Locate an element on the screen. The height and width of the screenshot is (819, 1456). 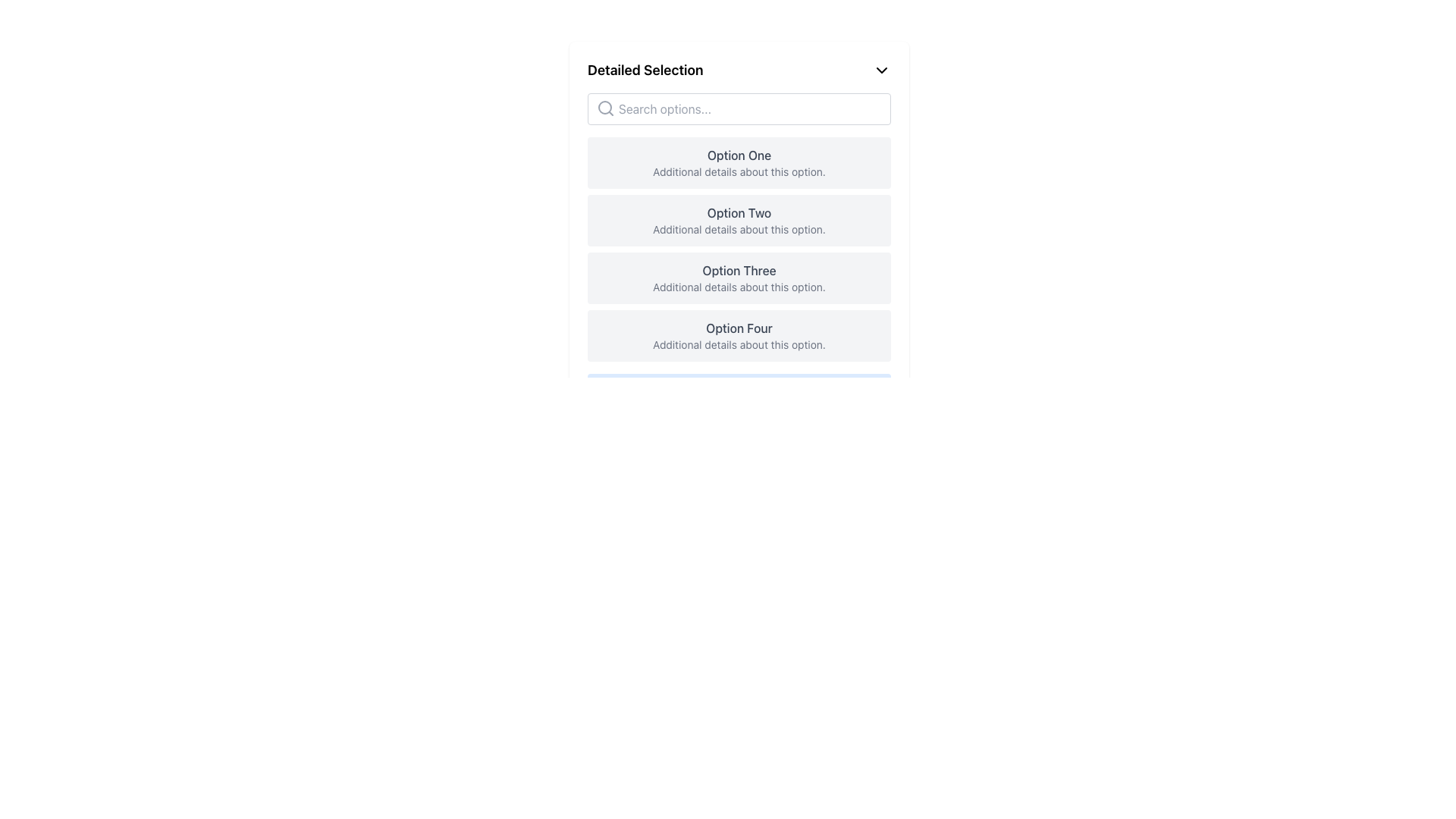
the third item in the vertical selection list is located at coordinates (739, 278).